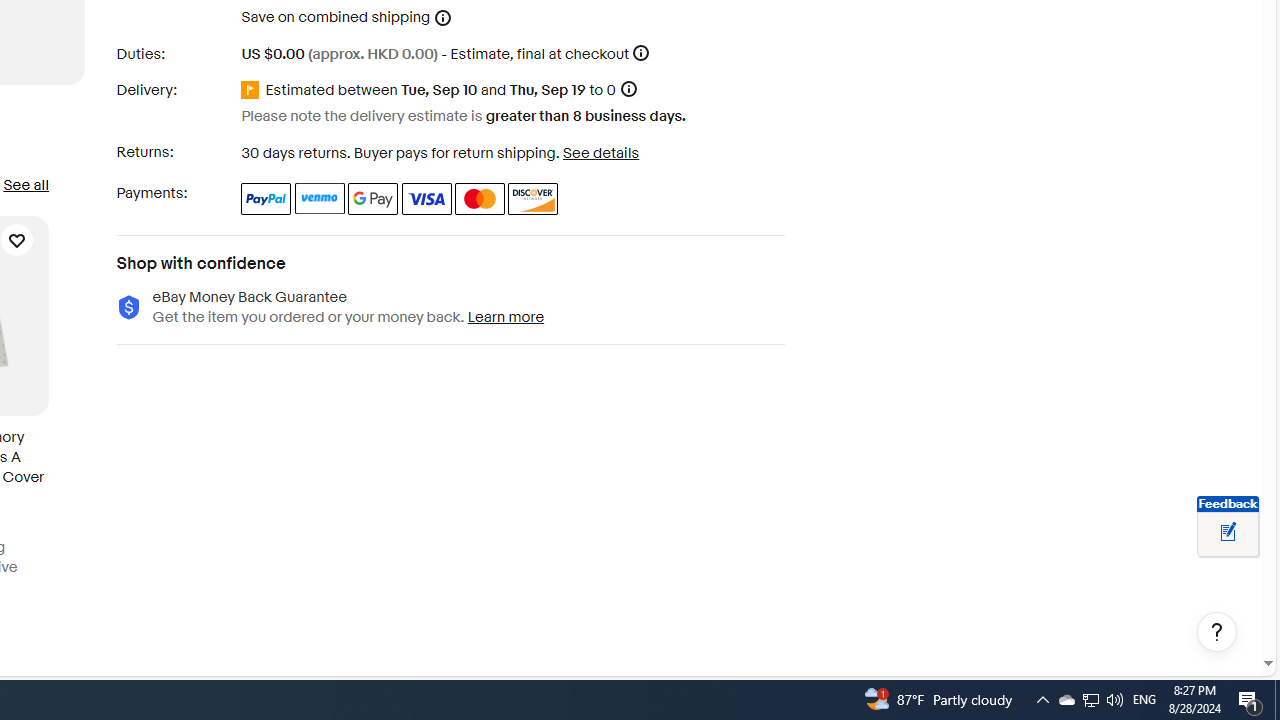 This screenshot has height=720, width=1280. Describe the element at coordinates (1227, 532) in the screenshot. I see `'Leave feedback about your eBay ViewItem experience'` at that location.